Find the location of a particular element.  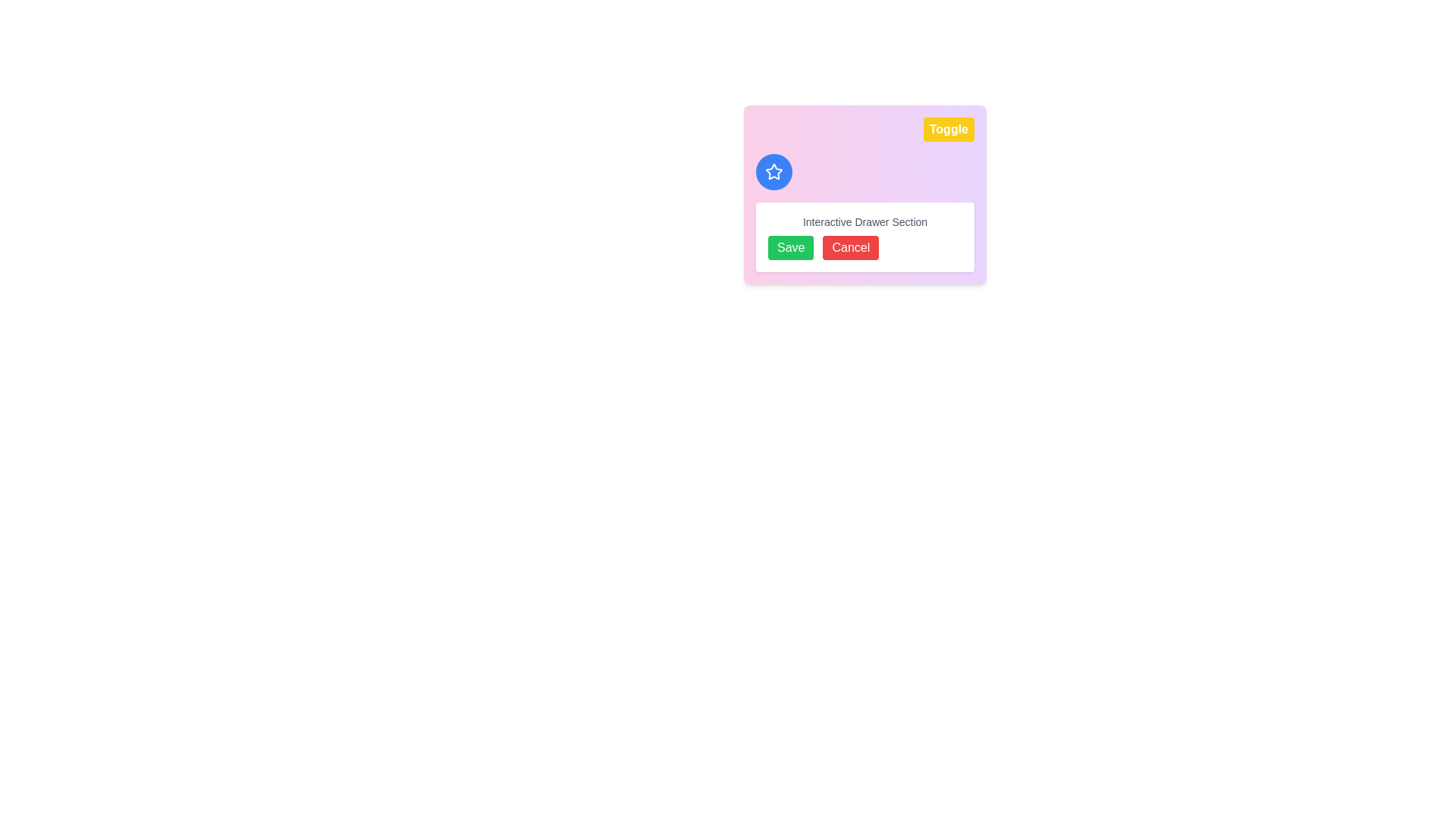

the green 'Save' button with white text, positioned at the bottom center of the card area is located at coordinates (790, 247).